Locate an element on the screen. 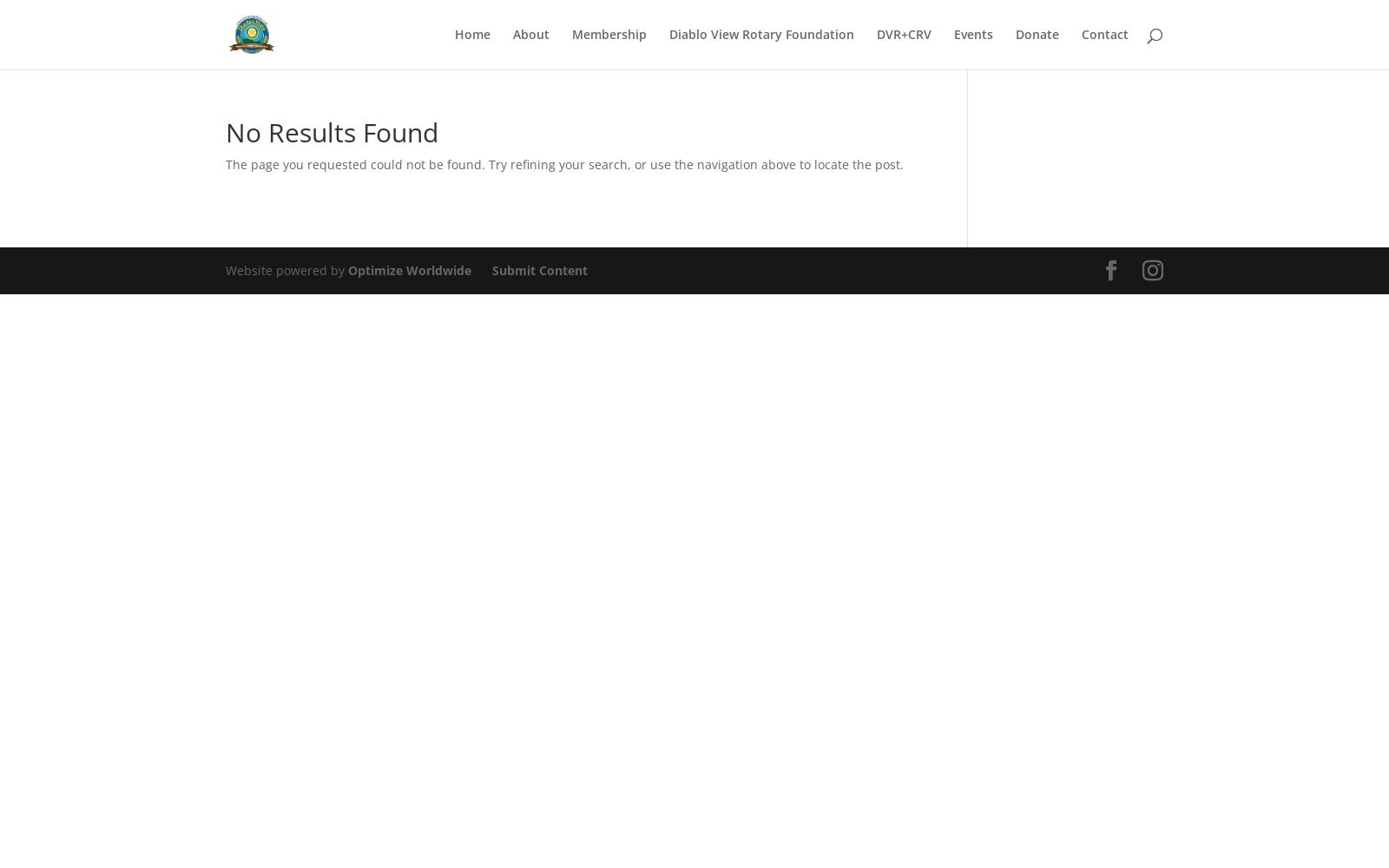 Image resolution: width=1389 pixels, height=868 pixels. 'Home' is located at coordinates (471, 34).